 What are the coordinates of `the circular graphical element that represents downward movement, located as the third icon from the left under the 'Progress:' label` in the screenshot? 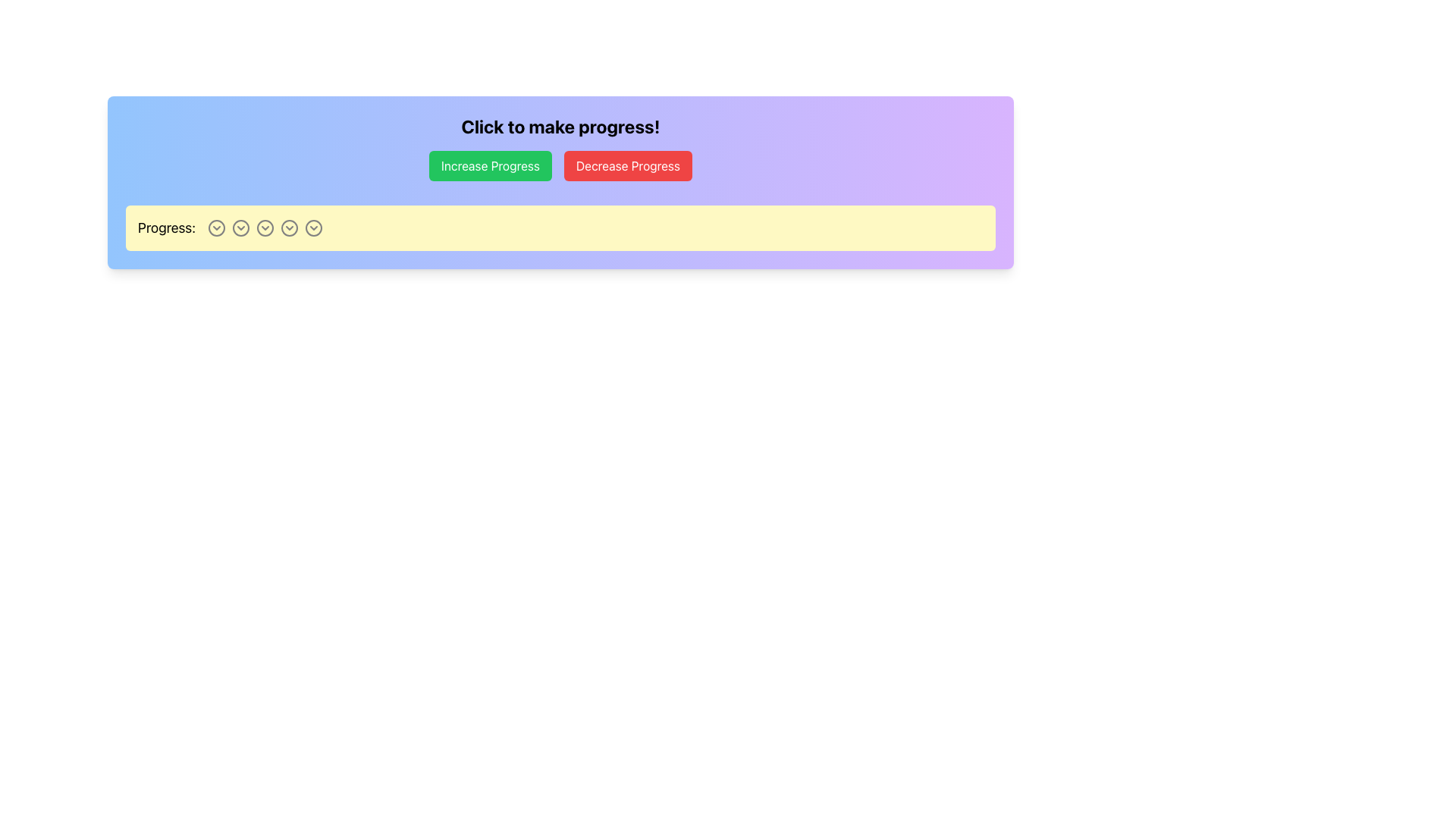 It's located at (265, 227).